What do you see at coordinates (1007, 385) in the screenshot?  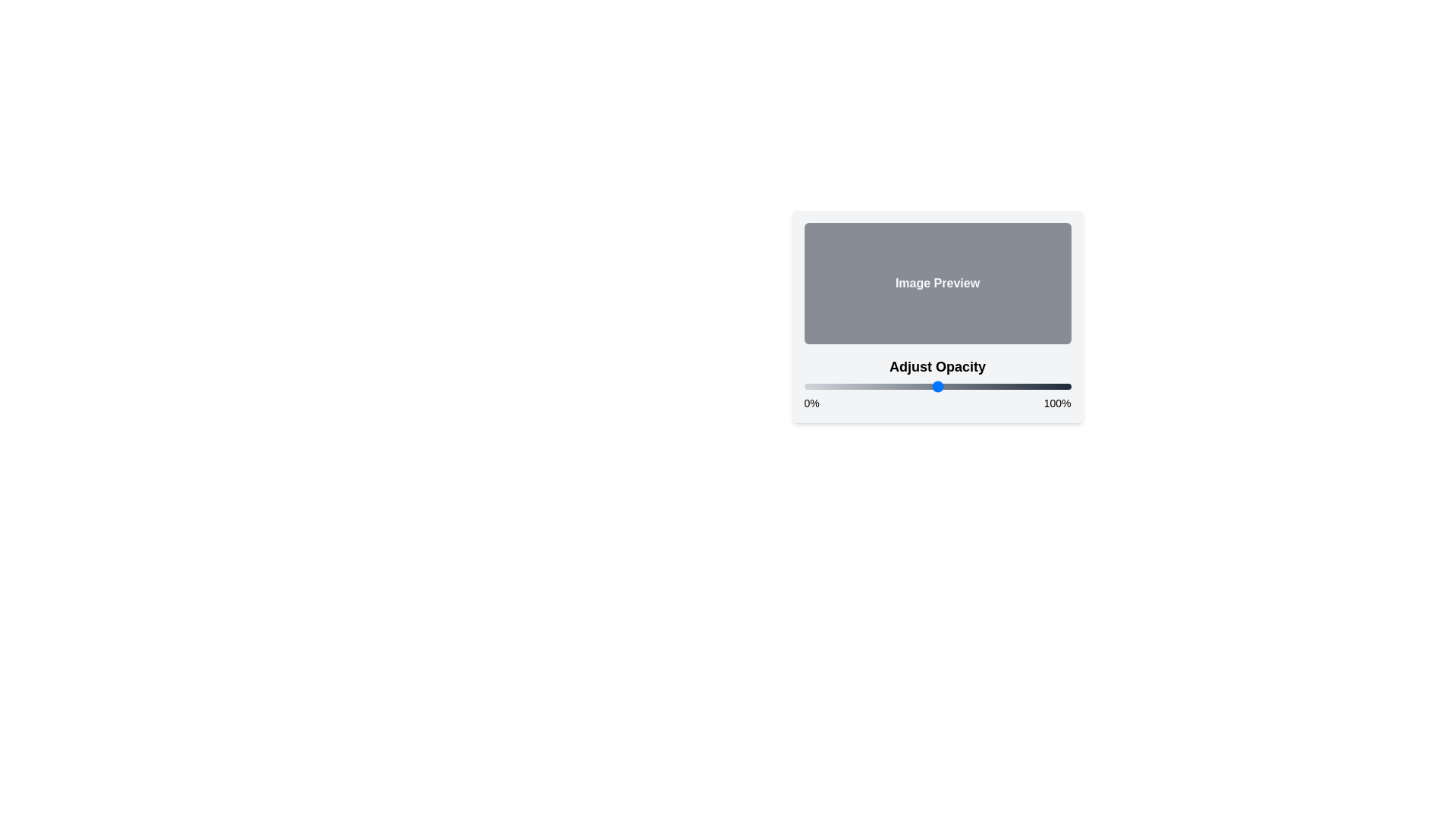 I see `slider value` at bounding box center [1007, 385].